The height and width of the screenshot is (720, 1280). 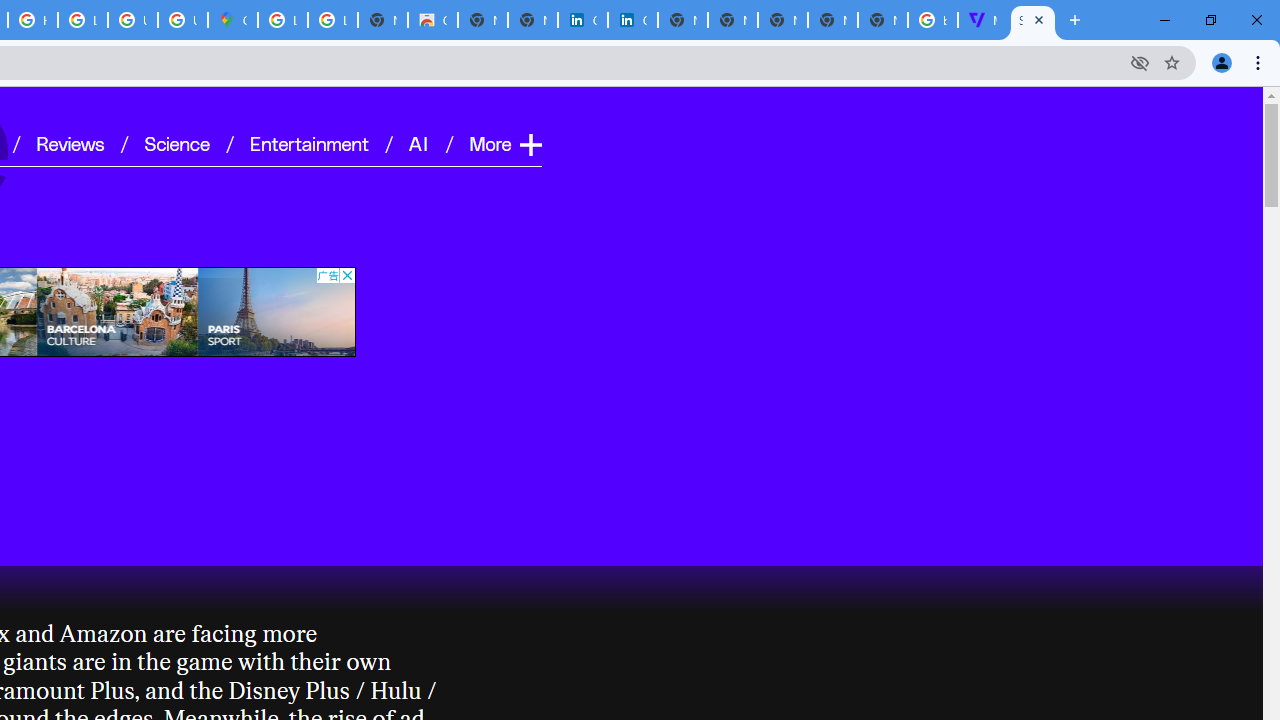 I want to click on 'Reviews', so click(x=70, y=141).